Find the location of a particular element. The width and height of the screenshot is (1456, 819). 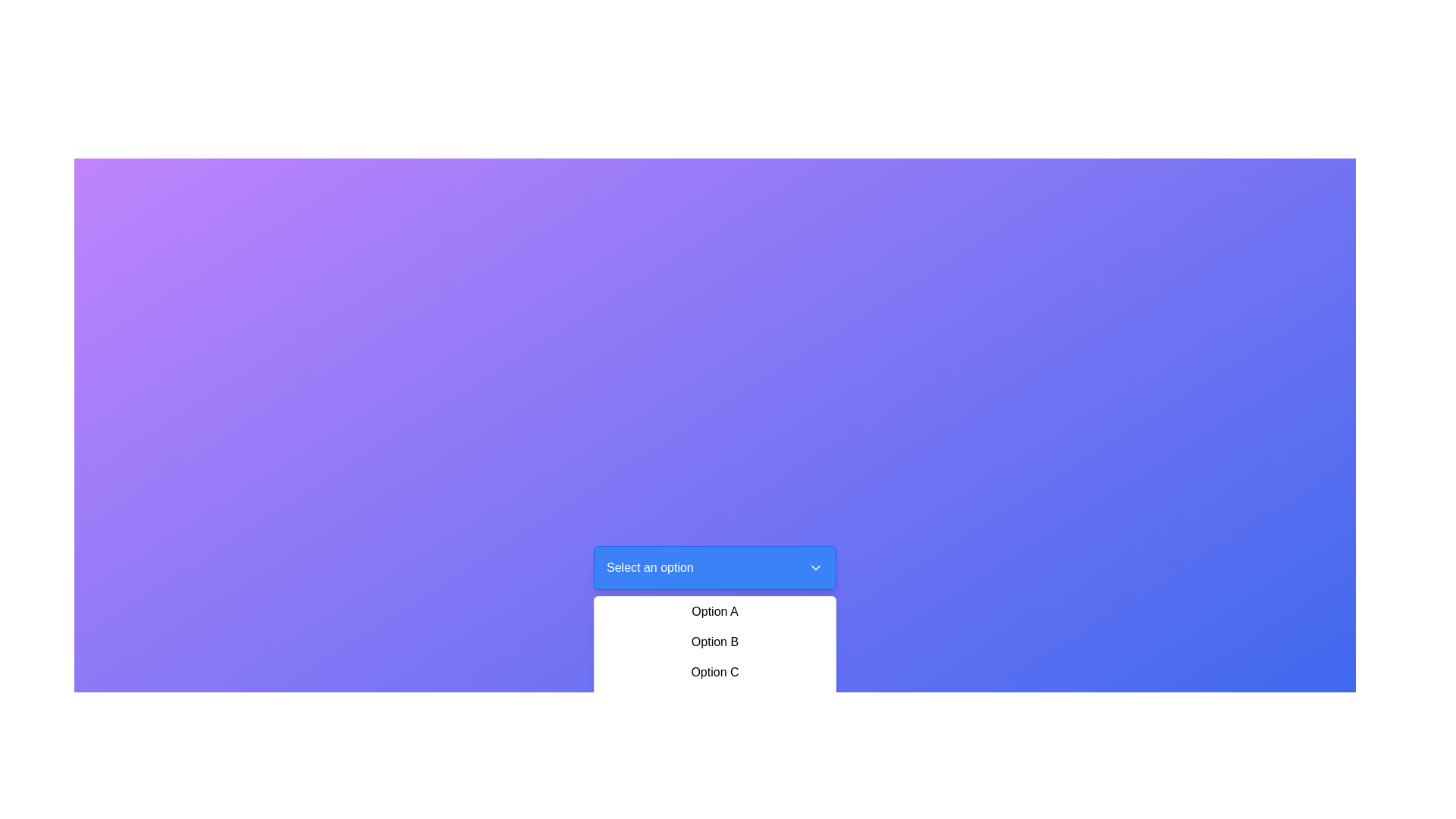

the dropdown menu item labeled 'Option B', which is the second option is located at coordinates (714, 642).